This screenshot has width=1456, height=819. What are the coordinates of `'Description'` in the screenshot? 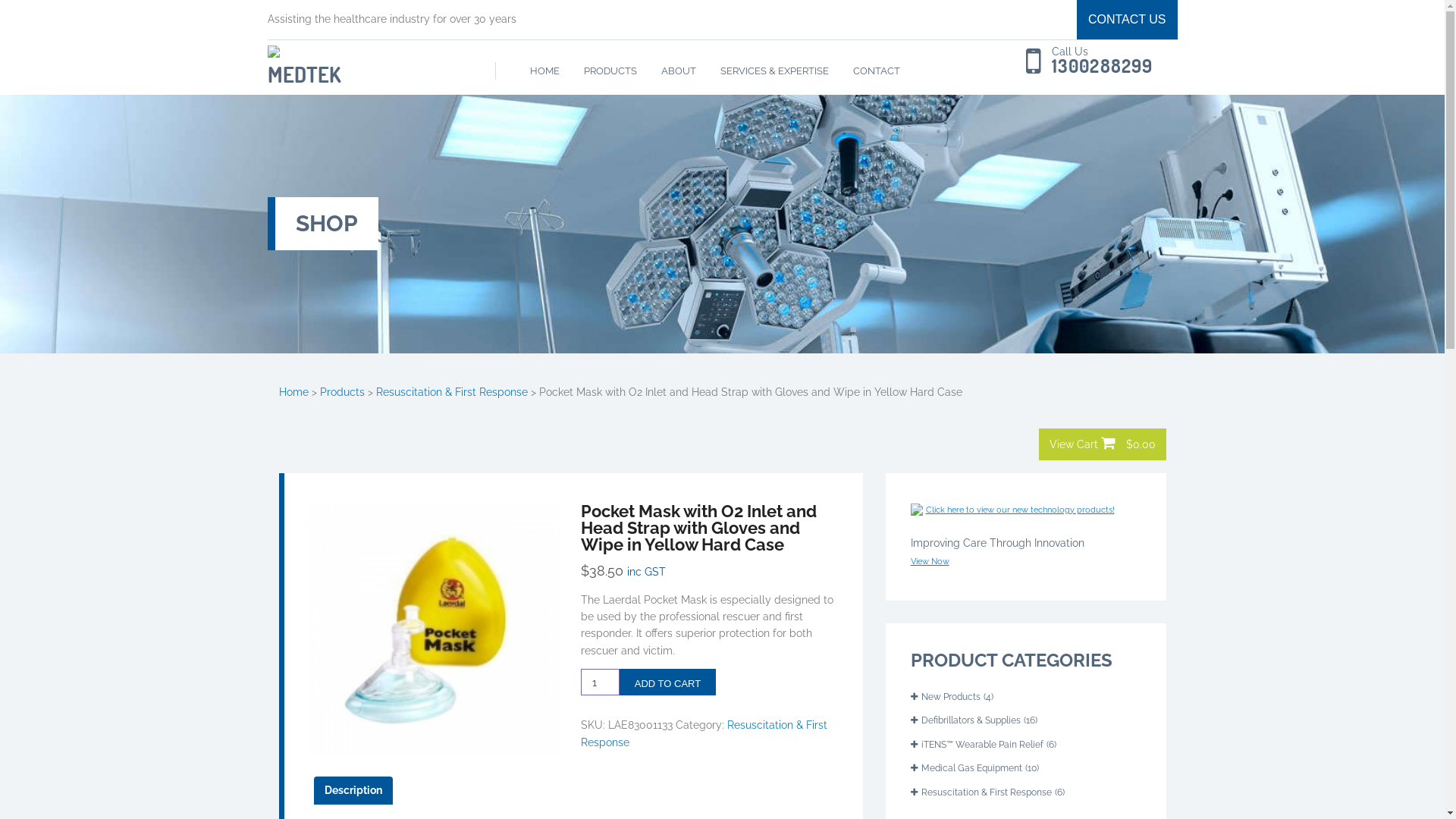 It's located at (352, 789).